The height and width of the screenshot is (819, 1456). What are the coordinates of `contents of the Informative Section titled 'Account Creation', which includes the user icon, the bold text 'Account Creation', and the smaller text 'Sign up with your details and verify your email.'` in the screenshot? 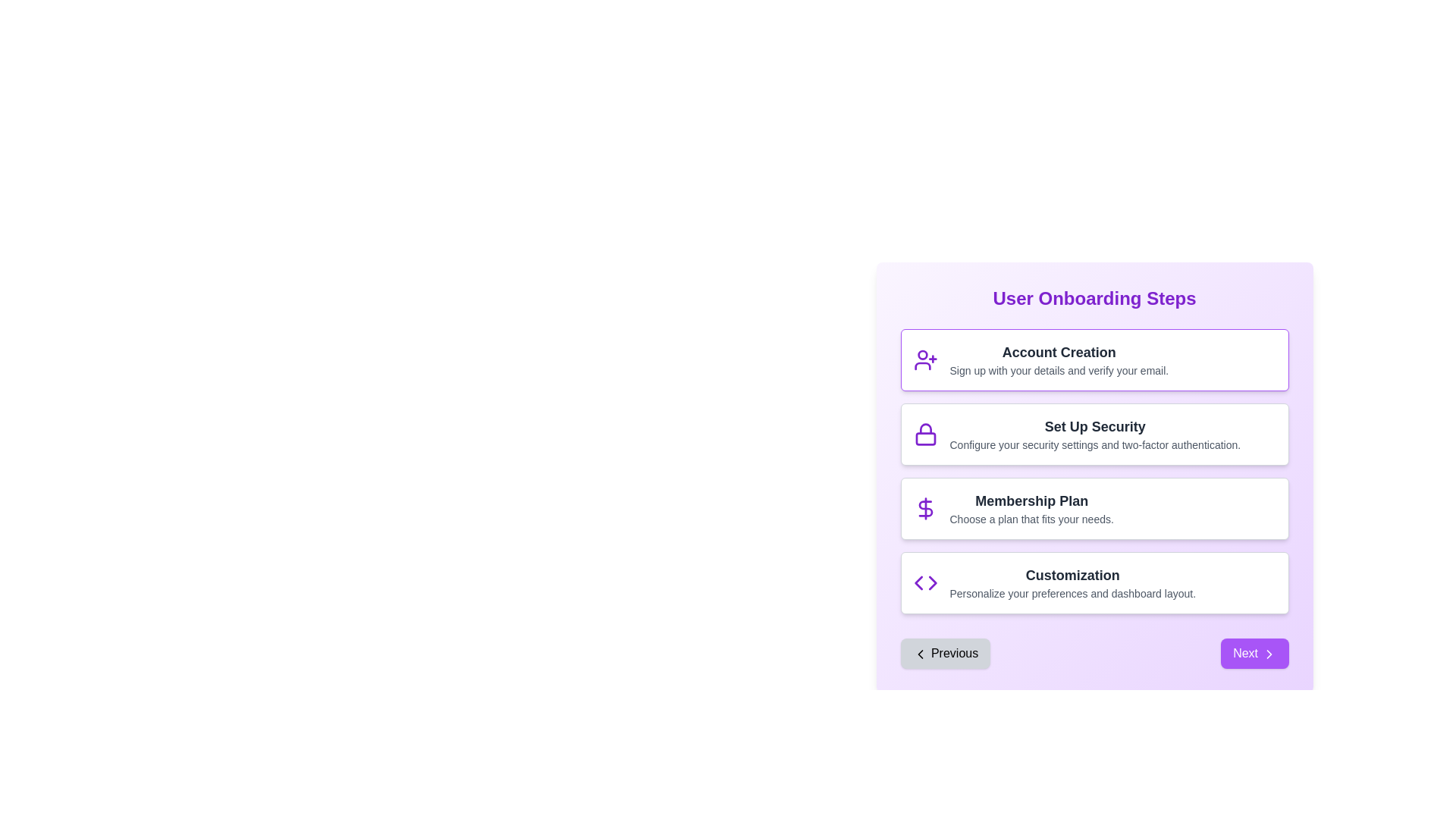 It's located at (1094, 359).